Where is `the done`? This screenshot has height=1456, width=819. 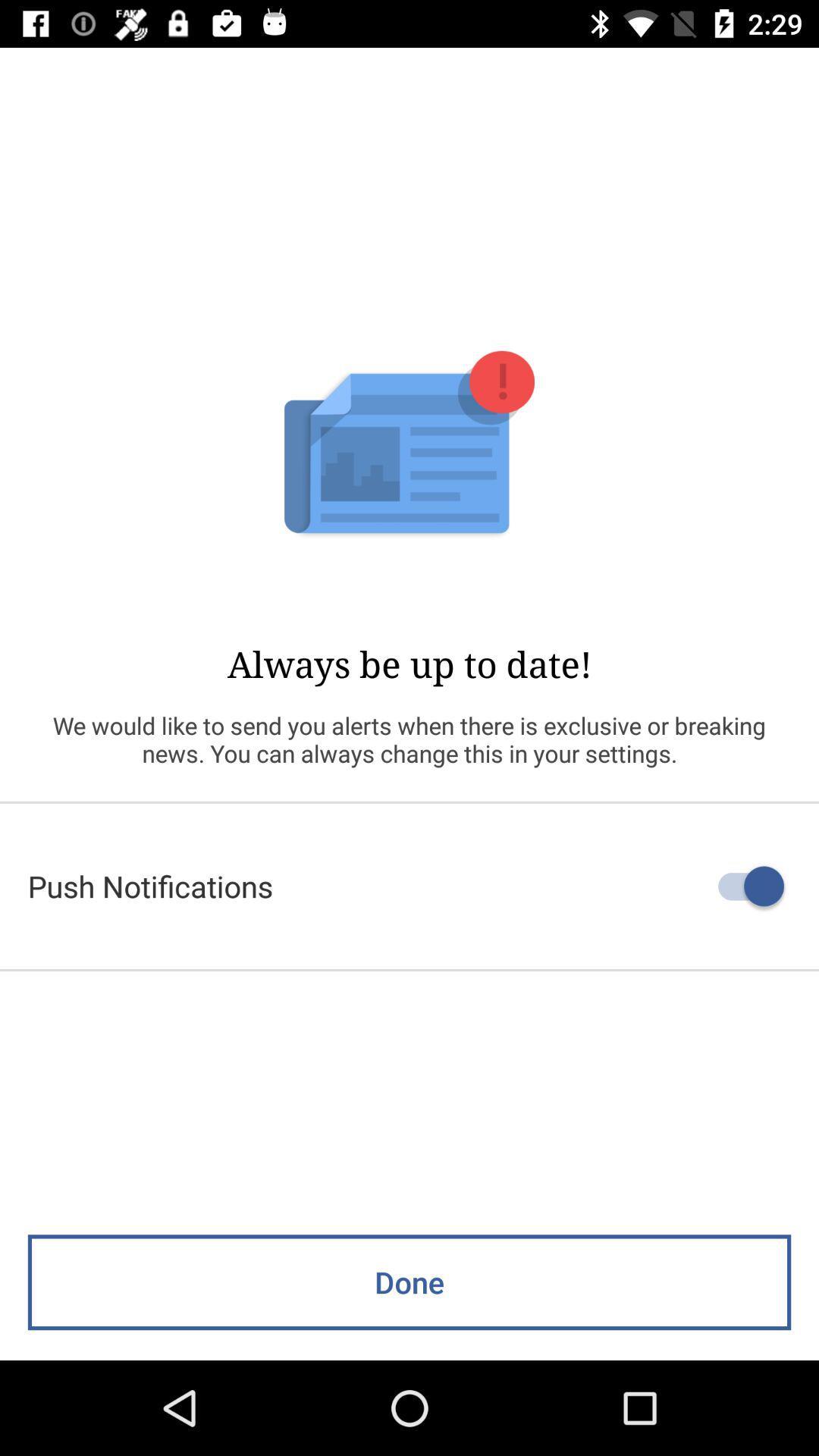
the done is located at coordinates (409, 1282).